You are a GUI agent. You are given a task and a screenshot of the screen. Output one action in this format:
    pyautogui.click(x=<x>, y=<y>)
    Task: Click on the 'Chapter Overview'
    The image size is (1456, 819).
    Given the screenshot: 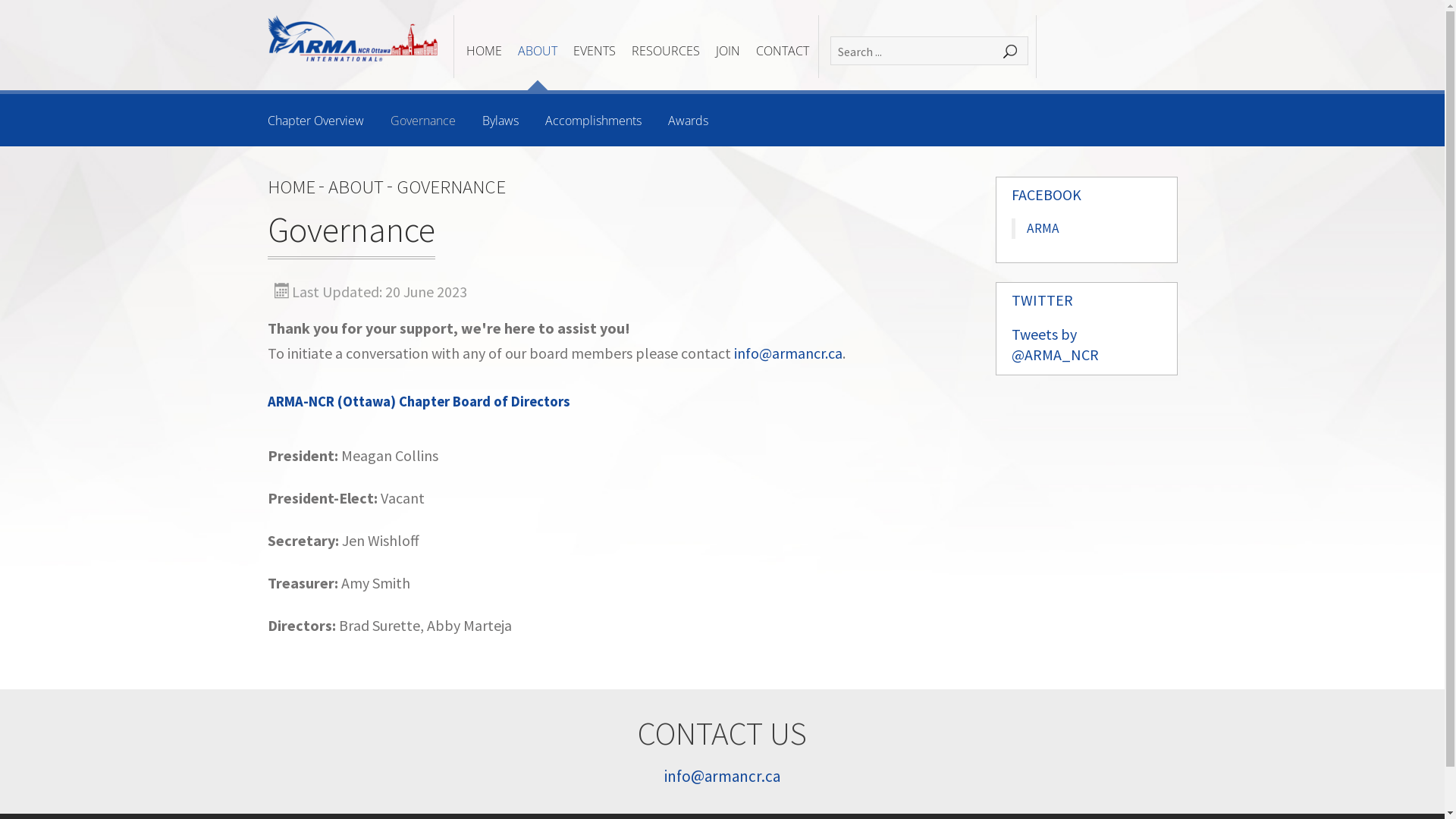 What is the action you would take?
    pyautogui.click(x=314, y=119)
    